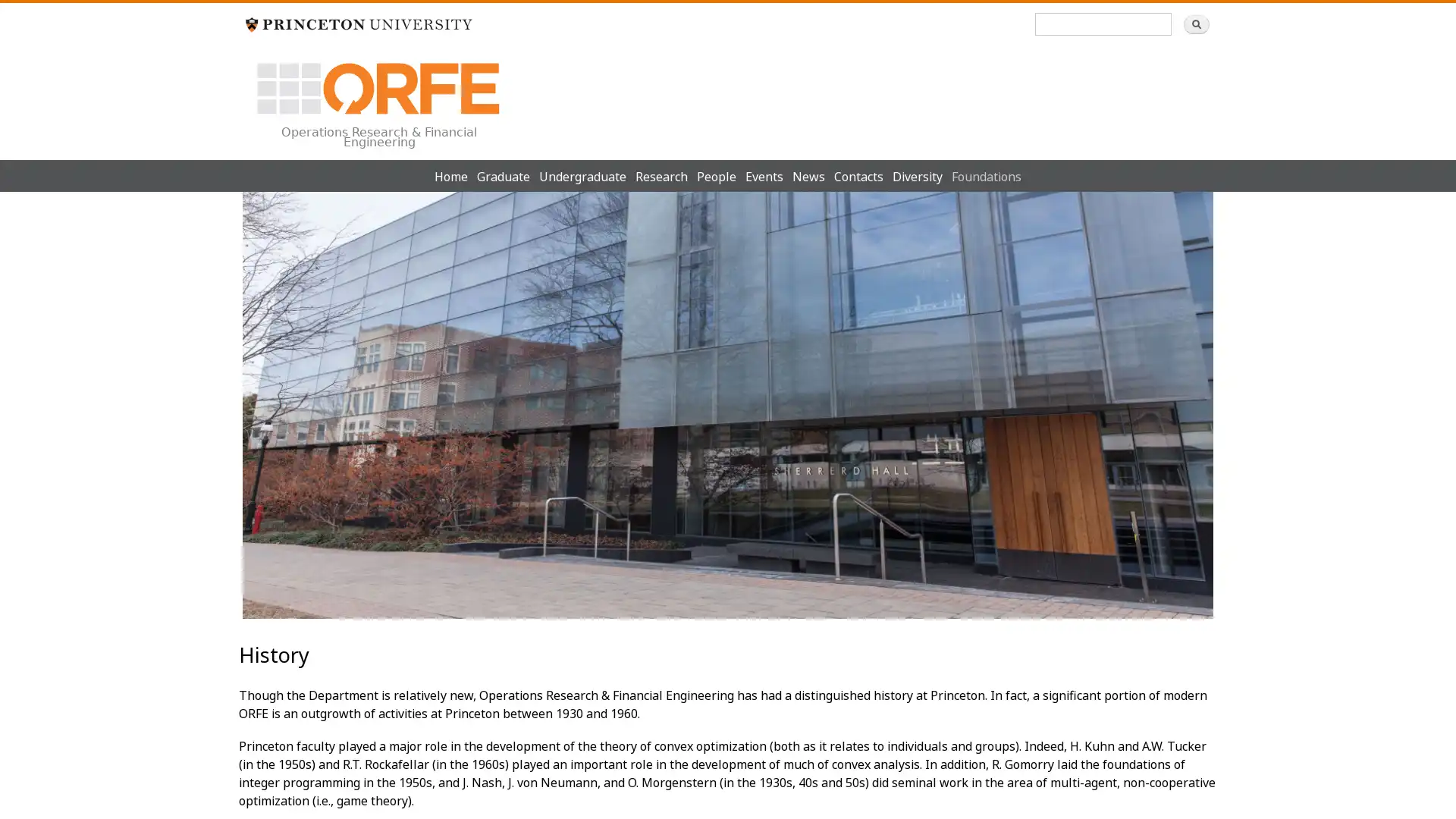 Image resolution: width=1456 pixels, height=819 pixels. What do you see at coordinates (1196, 24) in the screenshot?
I see `Search` at bounding box center [1196, 24].